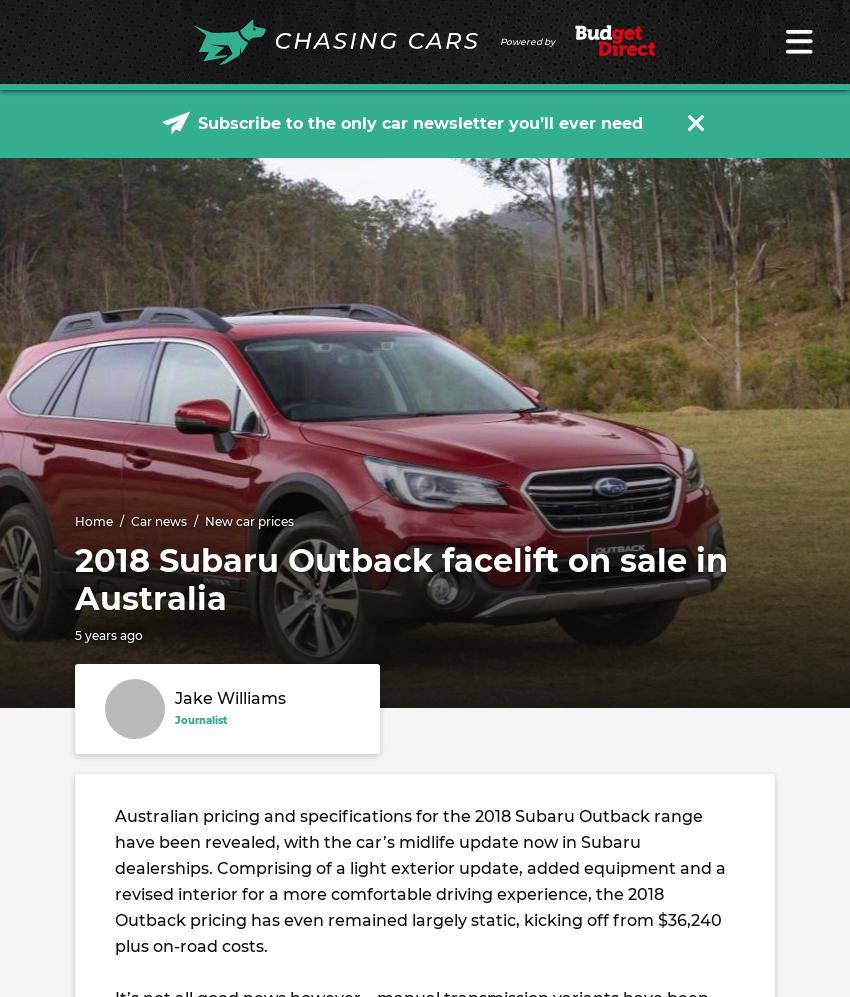 Image resolution: width=850 pixels, height=997 pixels. What do you see at coordinates (174, 719) in the screenshot?
I see `'Journalist'` at bounding box center [174, 719].